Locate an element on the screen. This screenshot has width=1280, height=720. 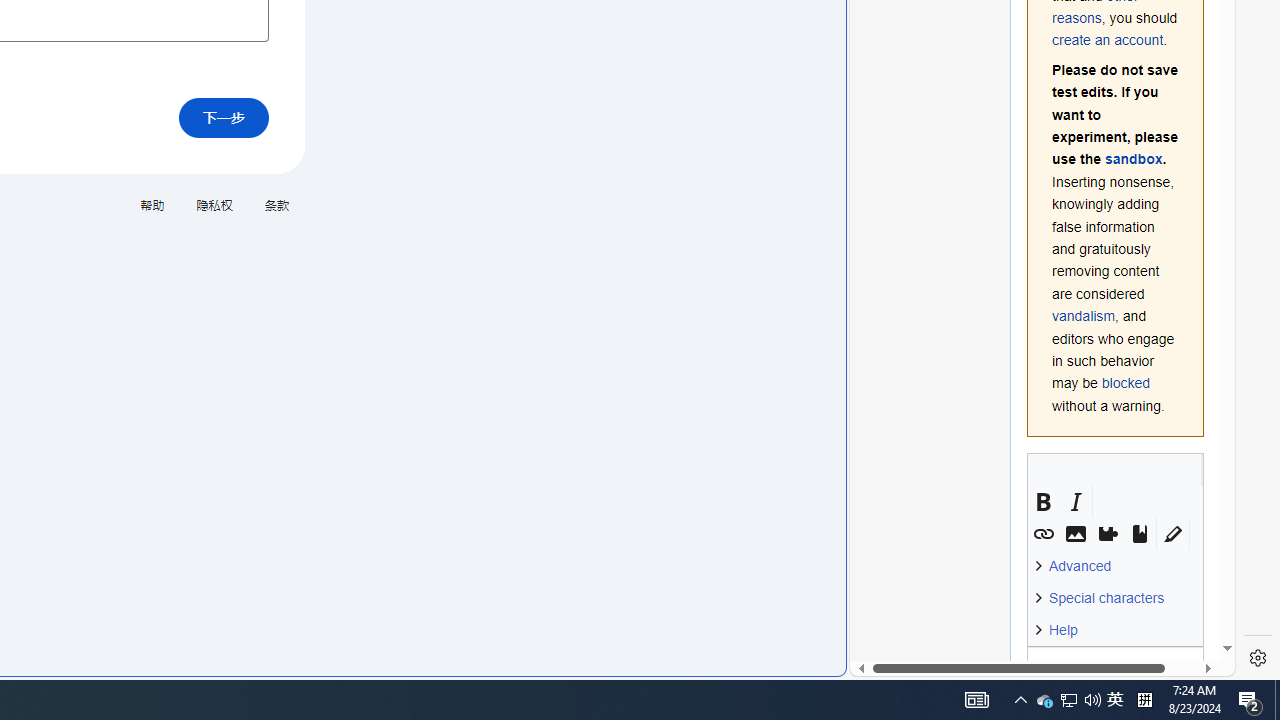
'Images and media' is located at coordinates (1074, 533).